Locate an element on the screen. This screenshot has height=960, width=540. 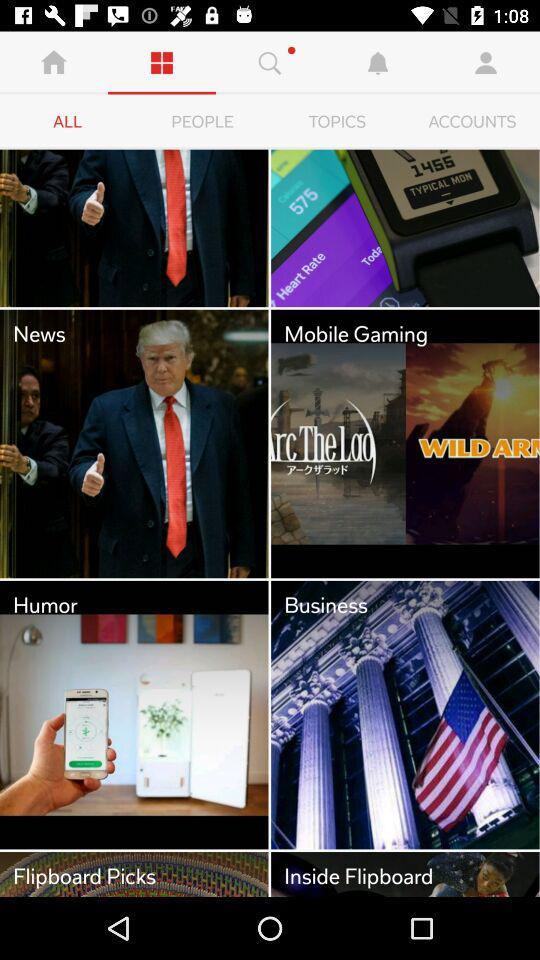
button which is above accounts is located at coordinates (485, 63).